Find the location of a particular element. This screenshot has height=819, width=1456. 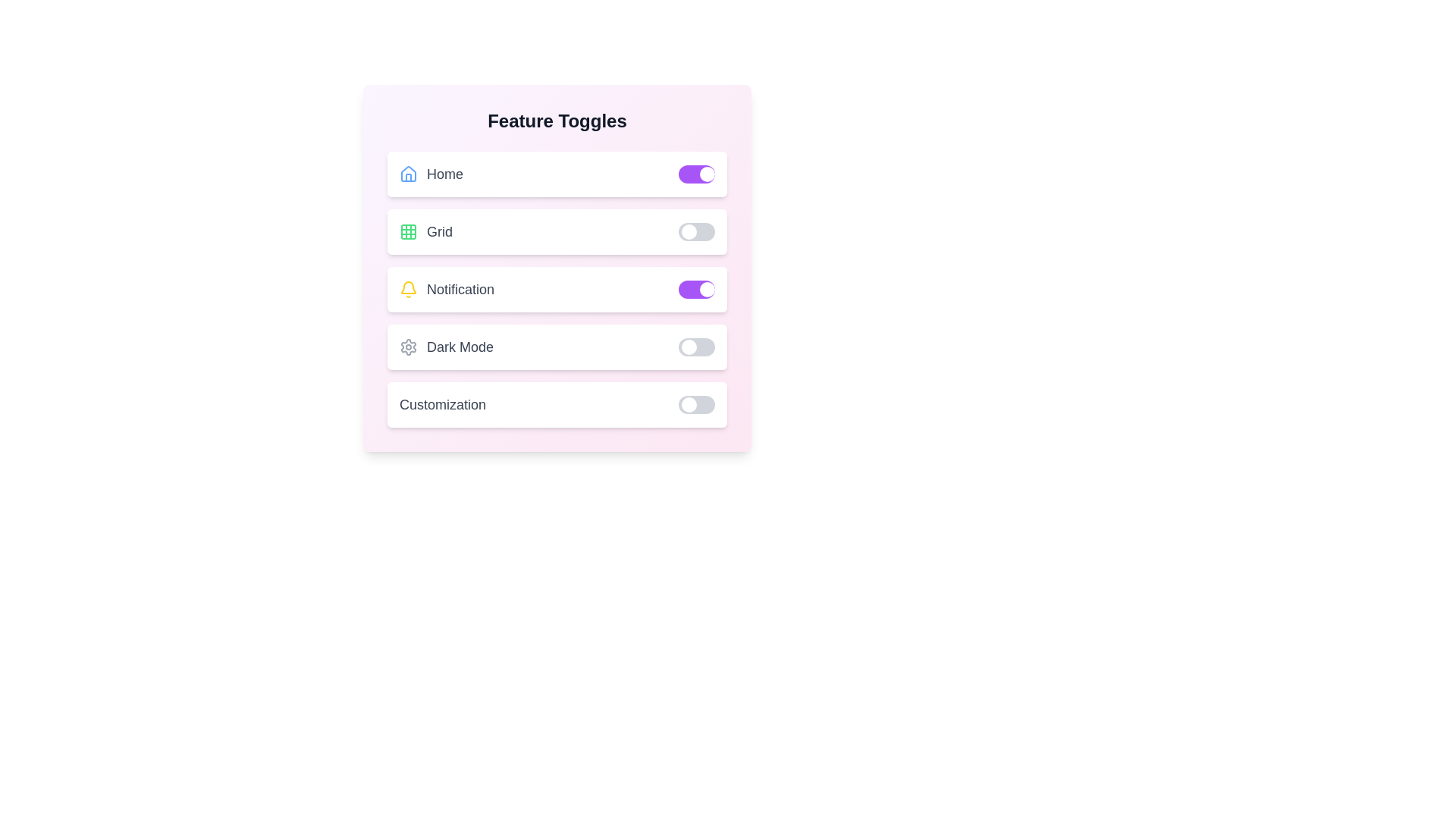

the text label that describes the grid functionality, located under the 'Home' option and aligned with the green grid icon is located at coordinates (439, 231).